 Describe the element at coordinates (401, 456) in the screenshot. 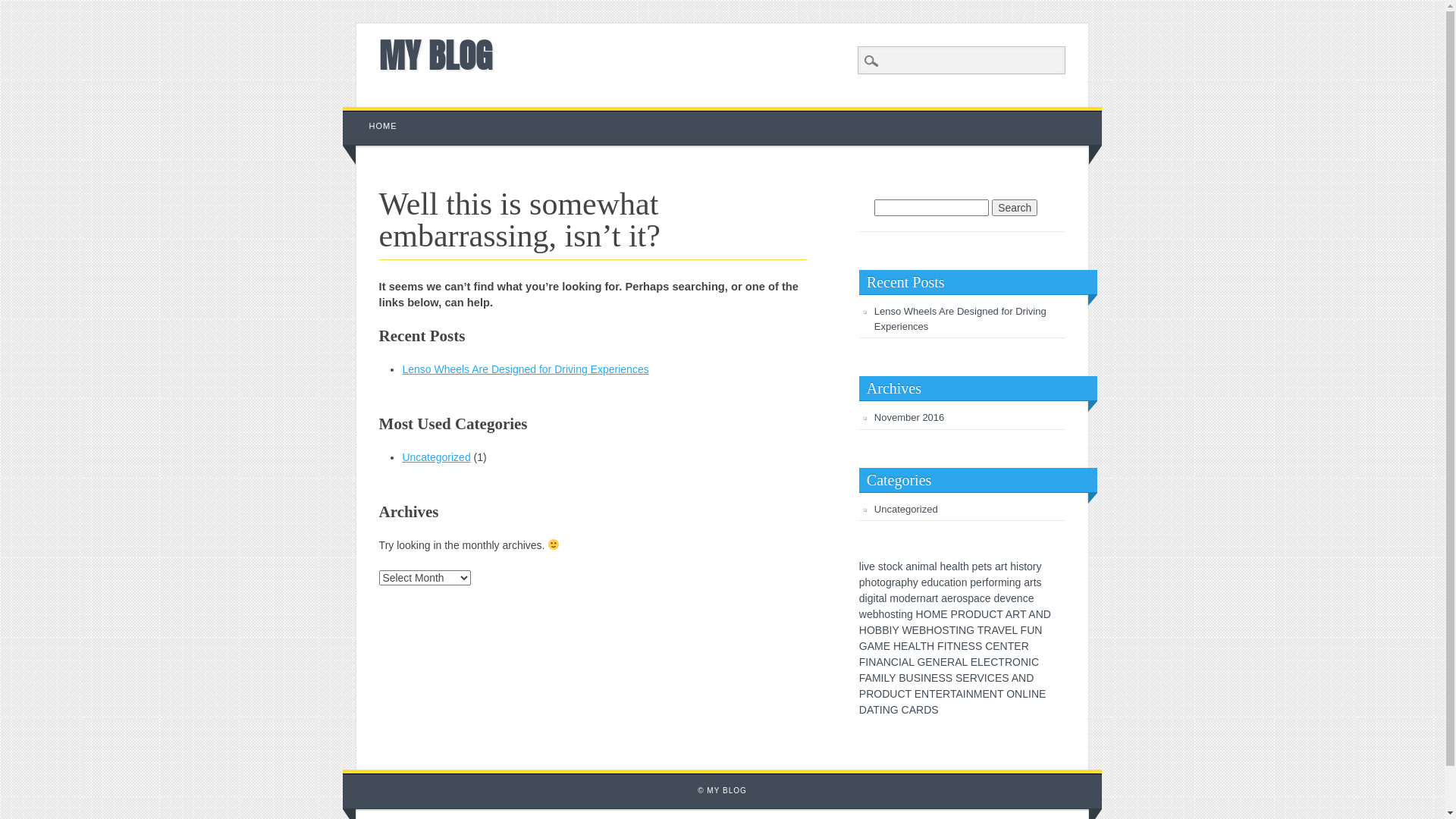

I see `'Uncategorized'` at that location.